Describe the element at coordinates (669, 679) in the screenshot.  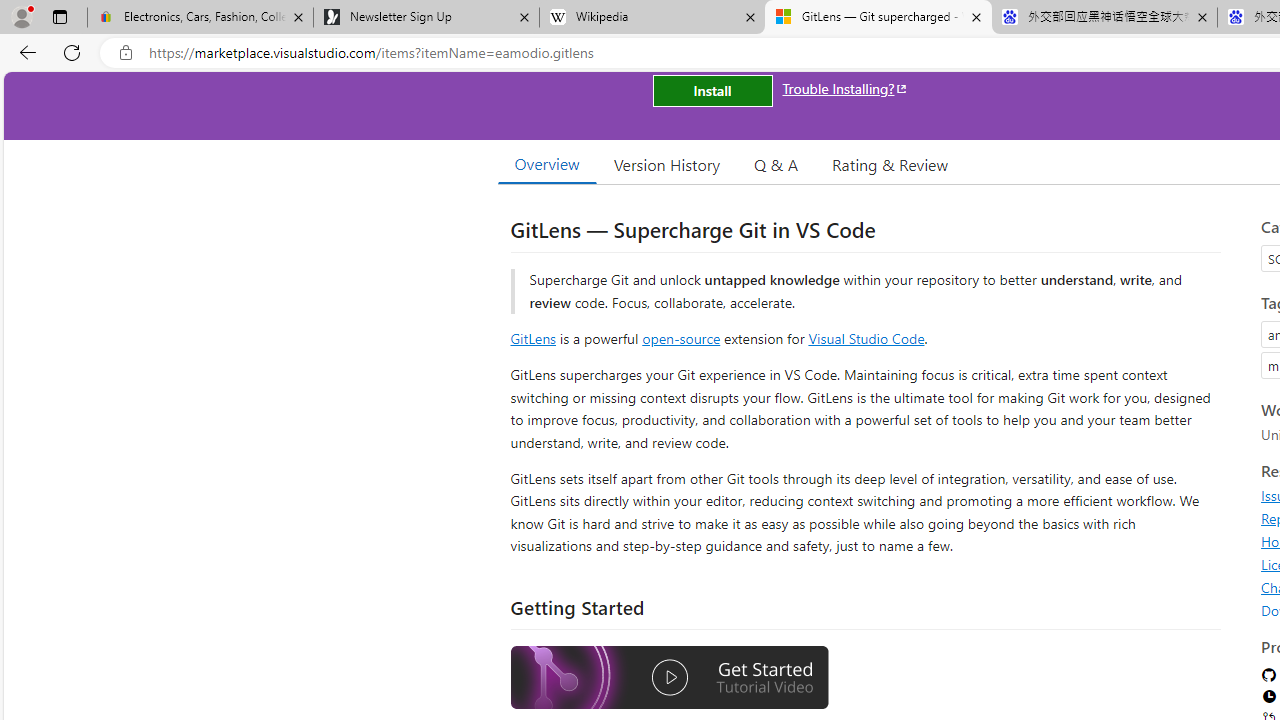
I see `'Watch the GitLens Getting Started video'` at that location.